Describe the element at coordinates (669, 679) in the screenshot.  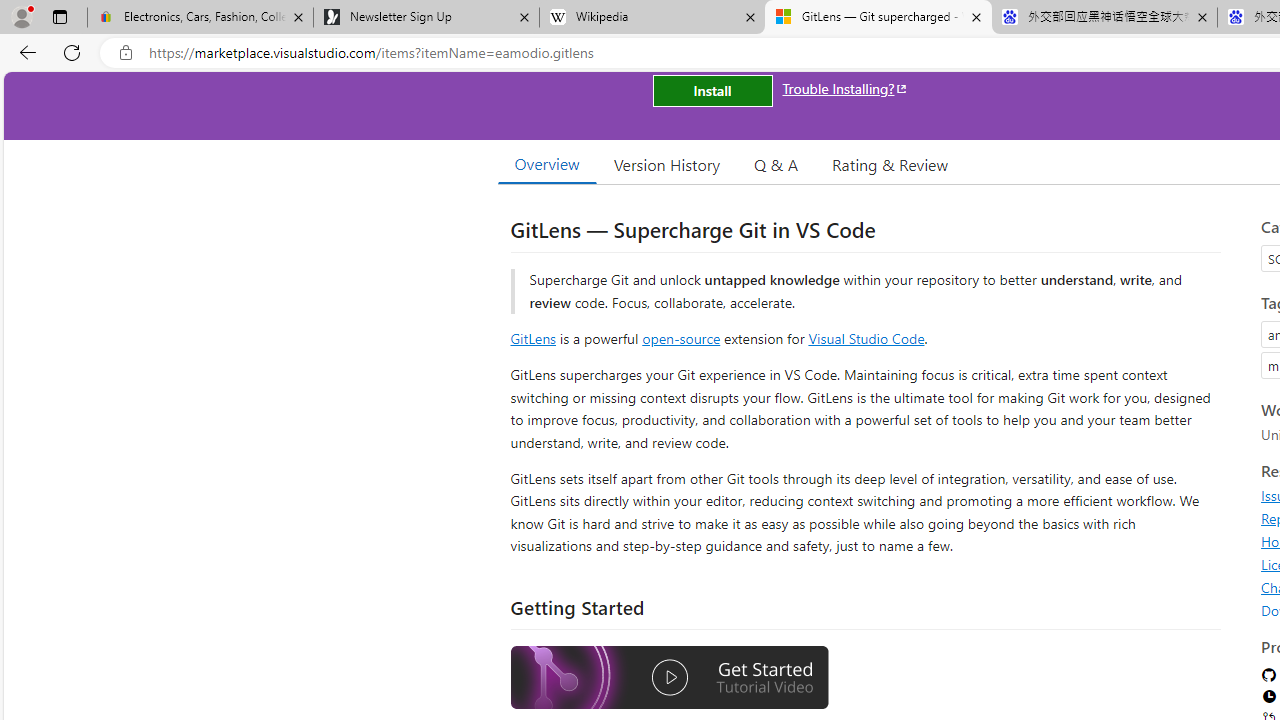
I see `'Watch the GitLens Getting Started video'` at that location.